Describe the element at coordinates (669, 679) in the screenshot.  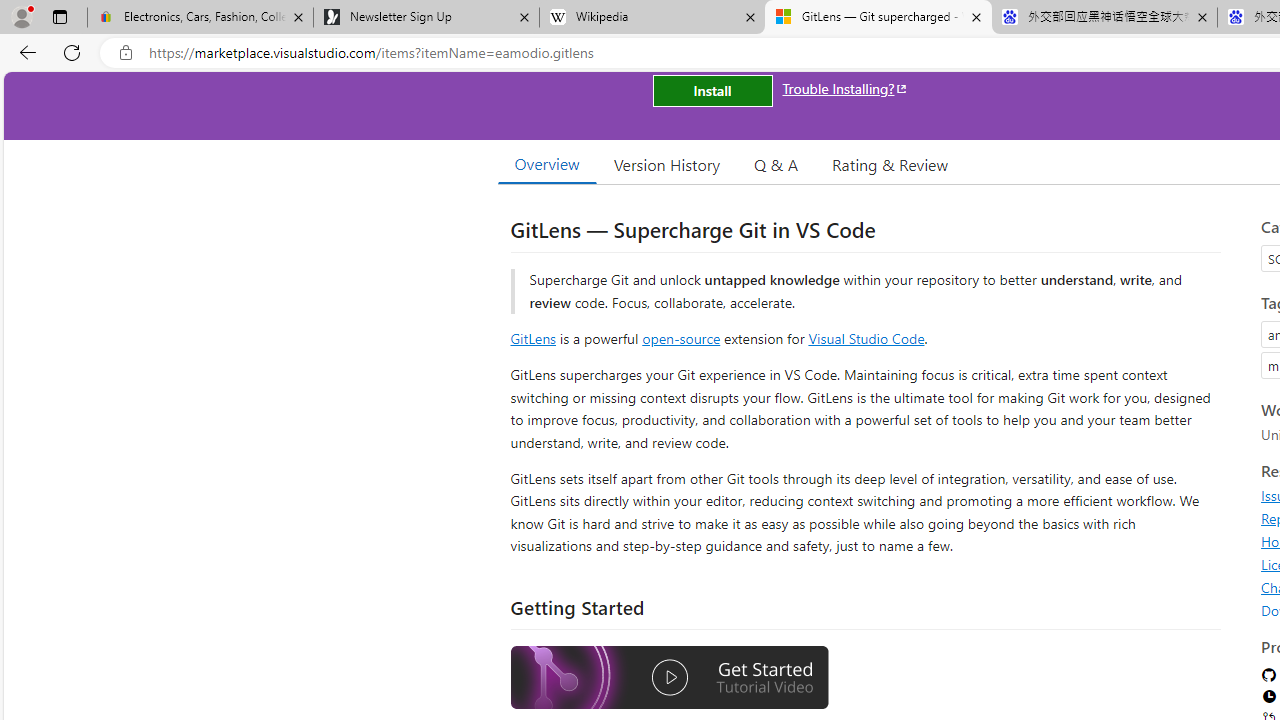
I see `'Watch the GitLens Getting Started video'` at that location.